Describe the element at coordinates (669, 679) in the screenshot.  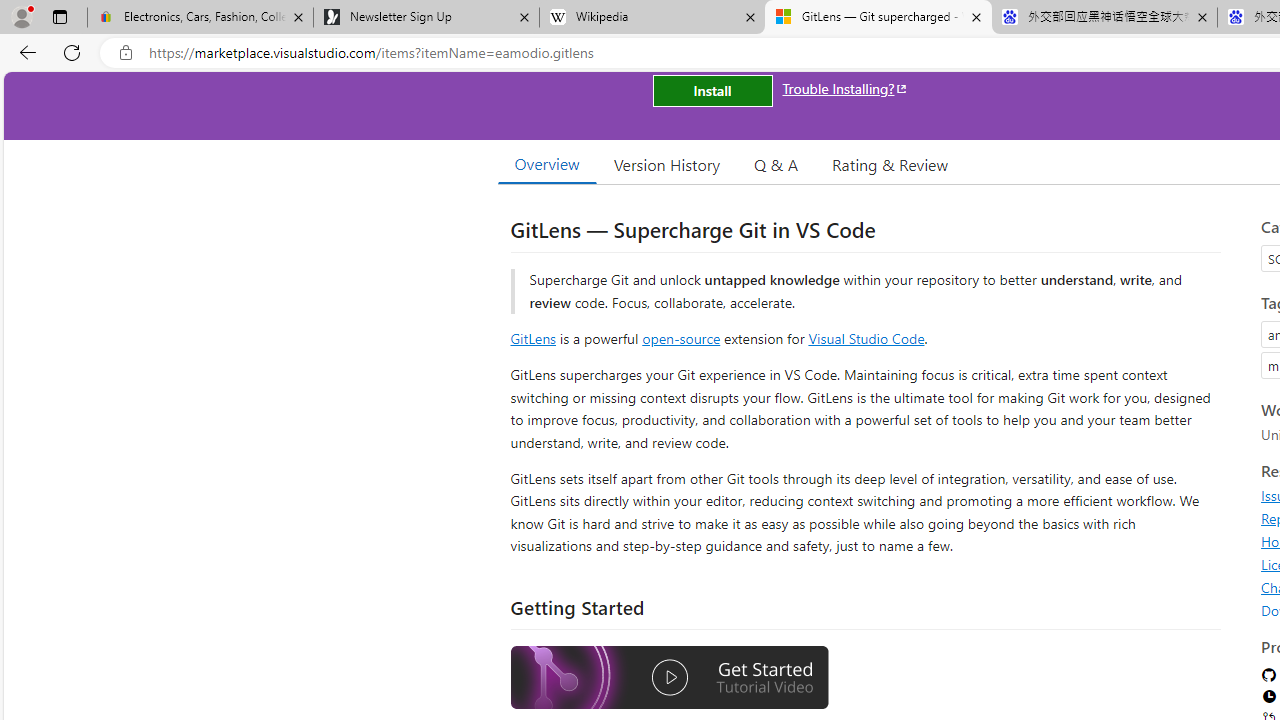
I see `'Watch the GitLens Getting Started video'` at that location.